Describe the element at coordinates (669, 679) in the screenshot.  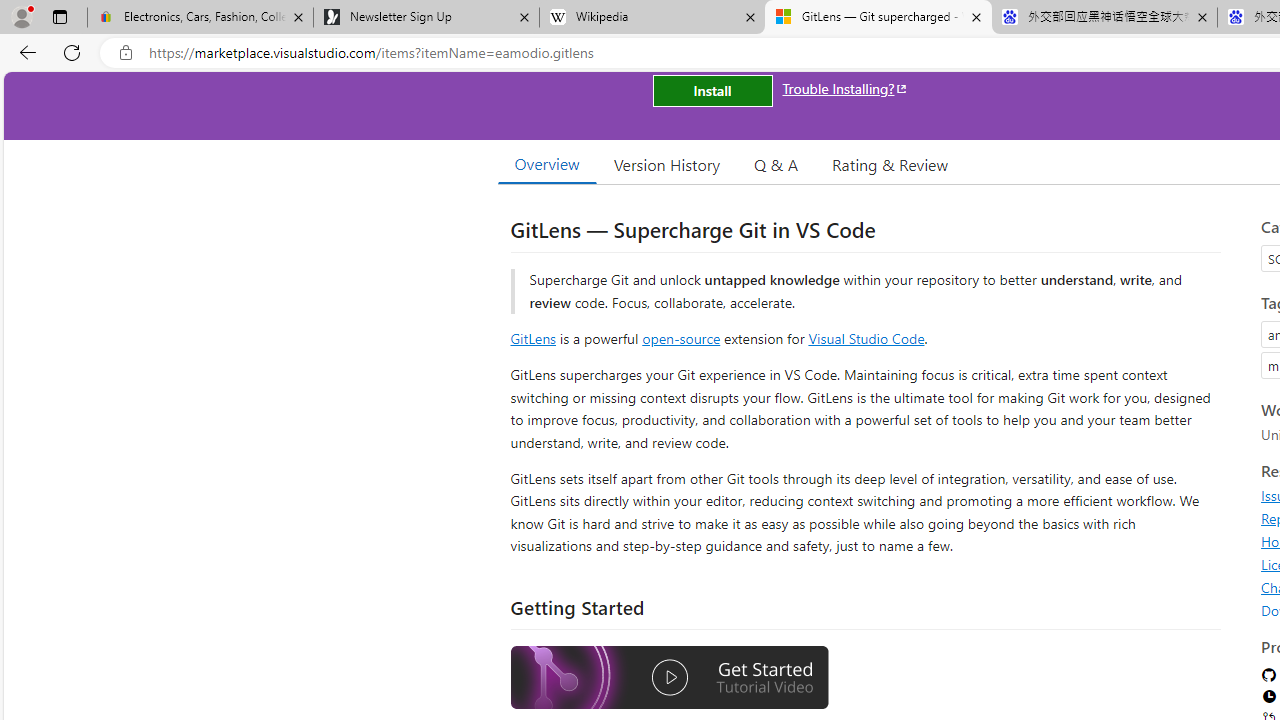
I see `'Watch the GitLens Getting Started video'` at that location.